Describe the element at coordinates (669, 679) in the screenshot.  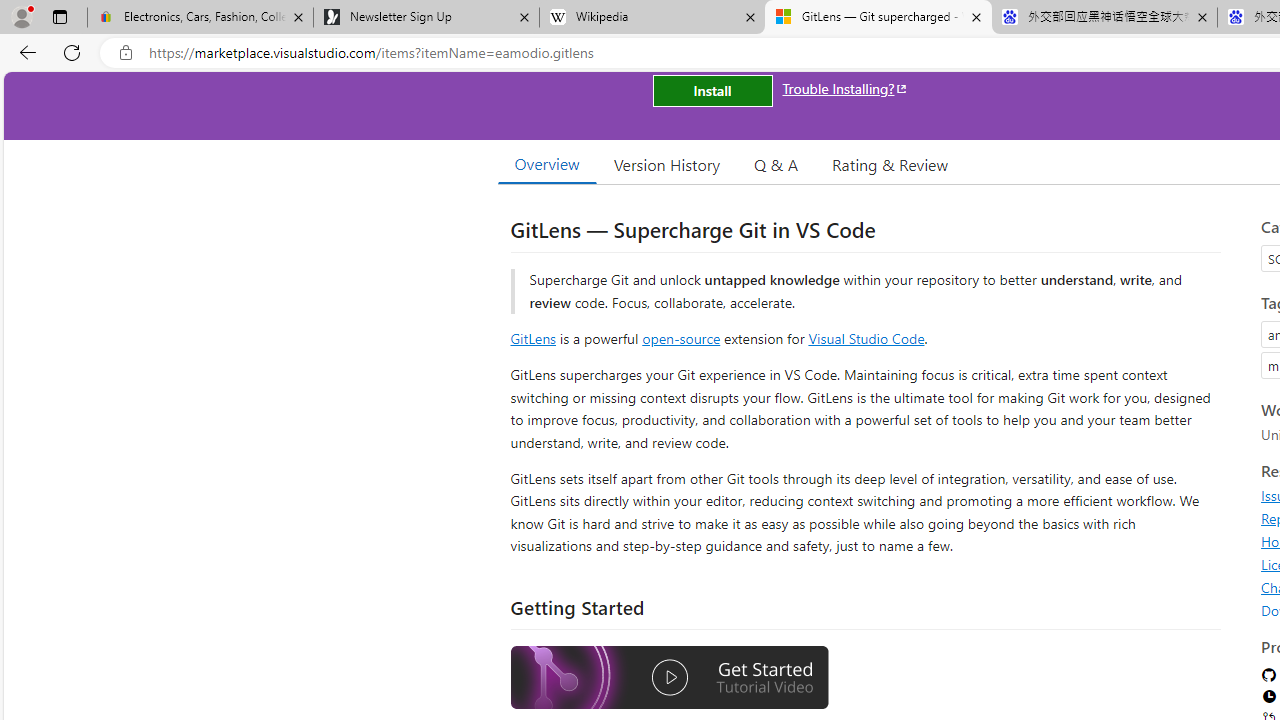
I see `'Watch the GitLens Getting Started video'` at that location.